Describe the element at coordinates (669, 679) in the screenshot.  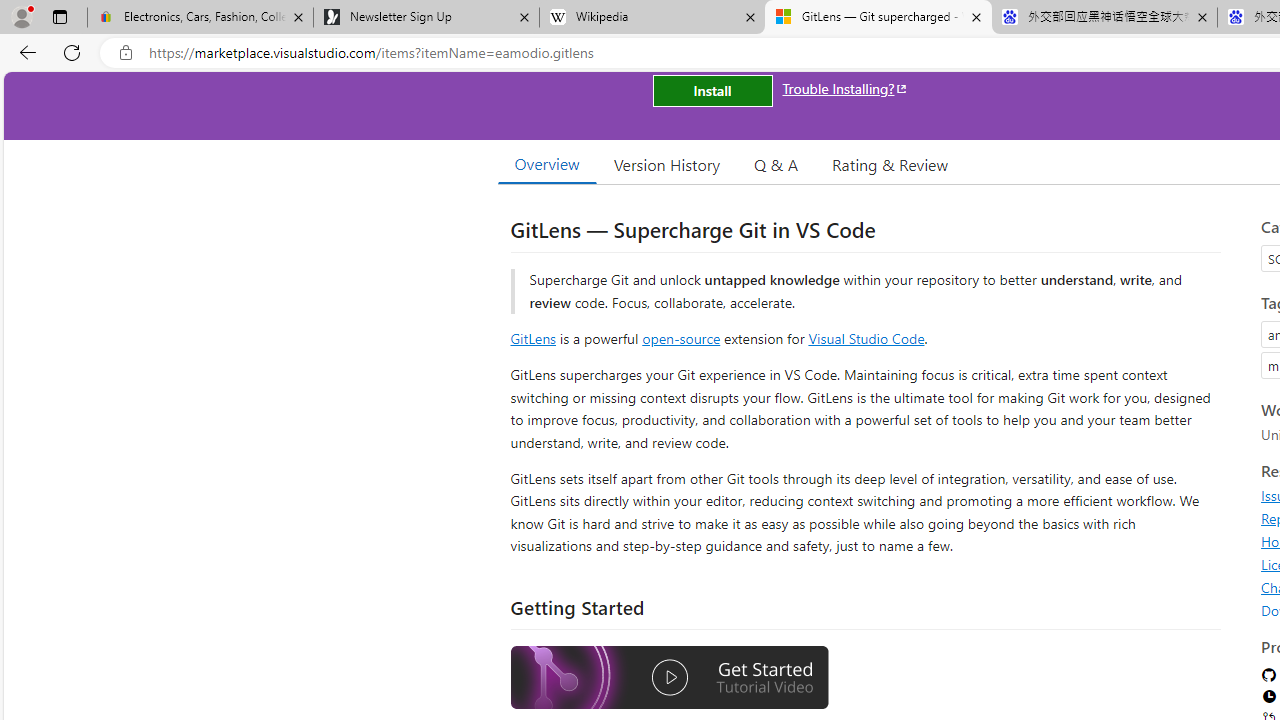
I see `'Watch the GitLens Getting Started video'` at that location.